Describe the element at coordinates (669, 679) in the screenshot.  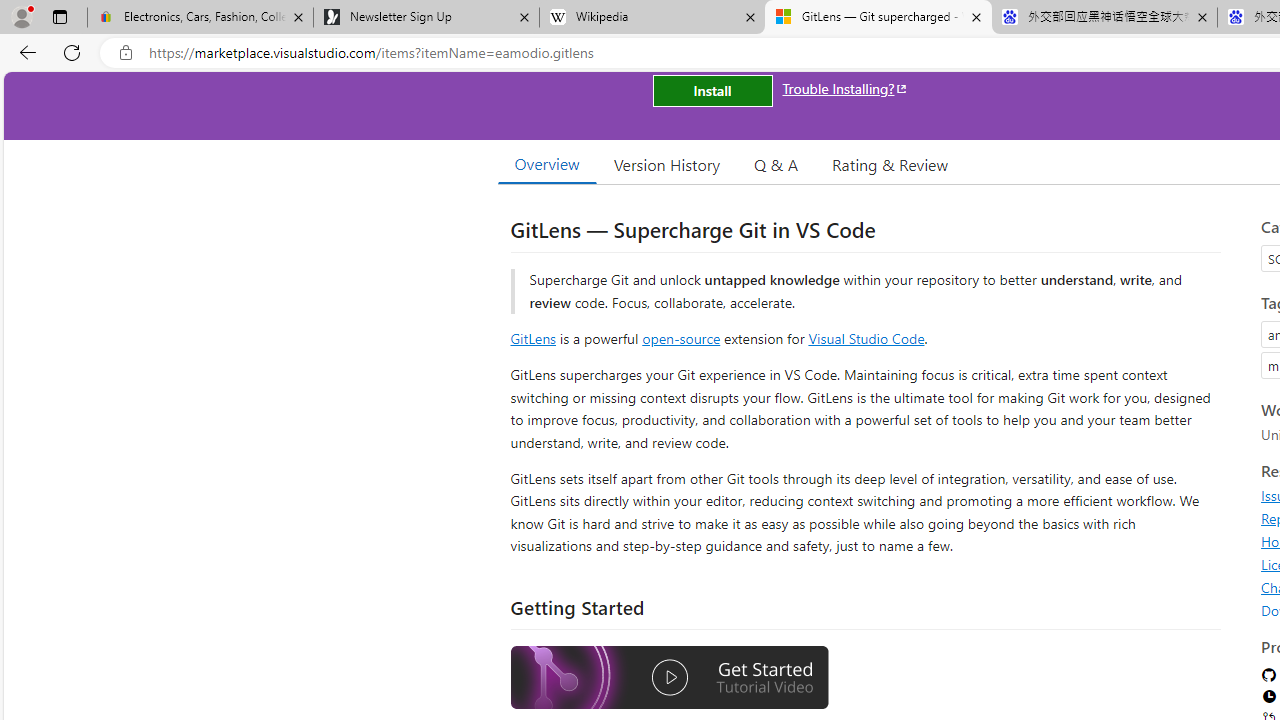
I see `'Watch the GitLens Getting Started video'` at that location.